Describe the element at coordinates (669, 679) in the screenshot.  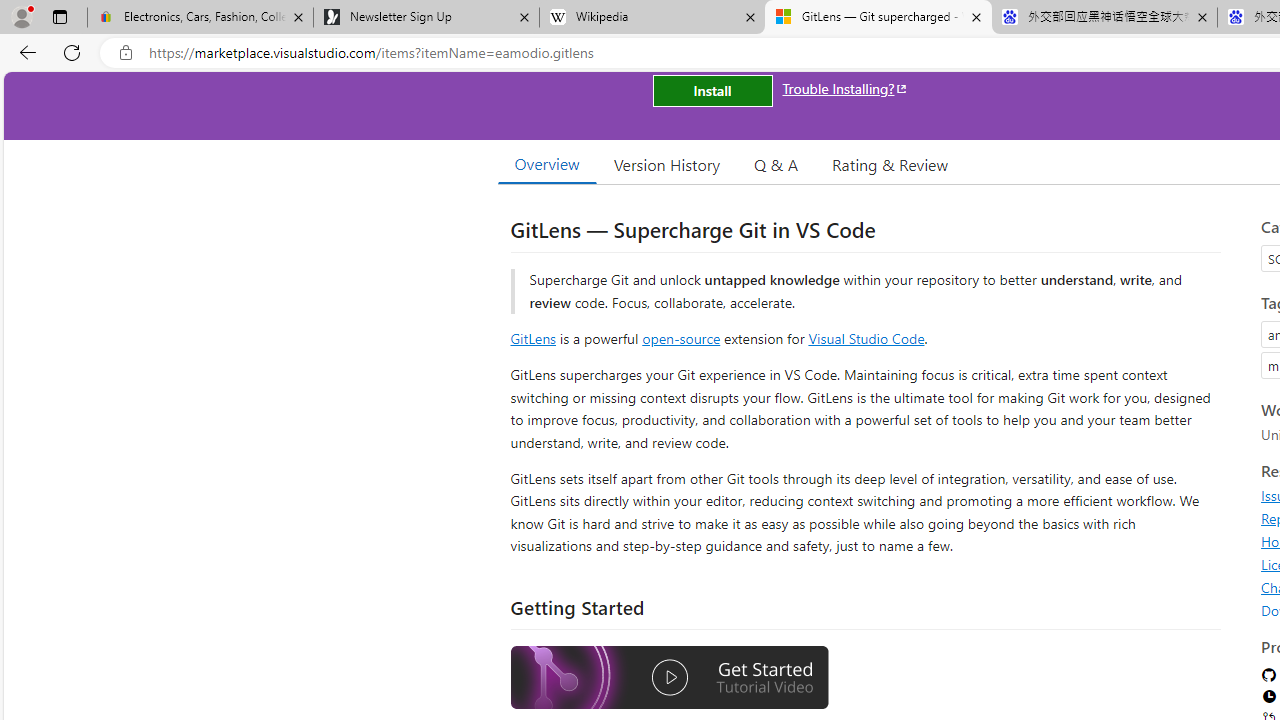
I see `'Watch the GitLens Getting Started video'` at that location.